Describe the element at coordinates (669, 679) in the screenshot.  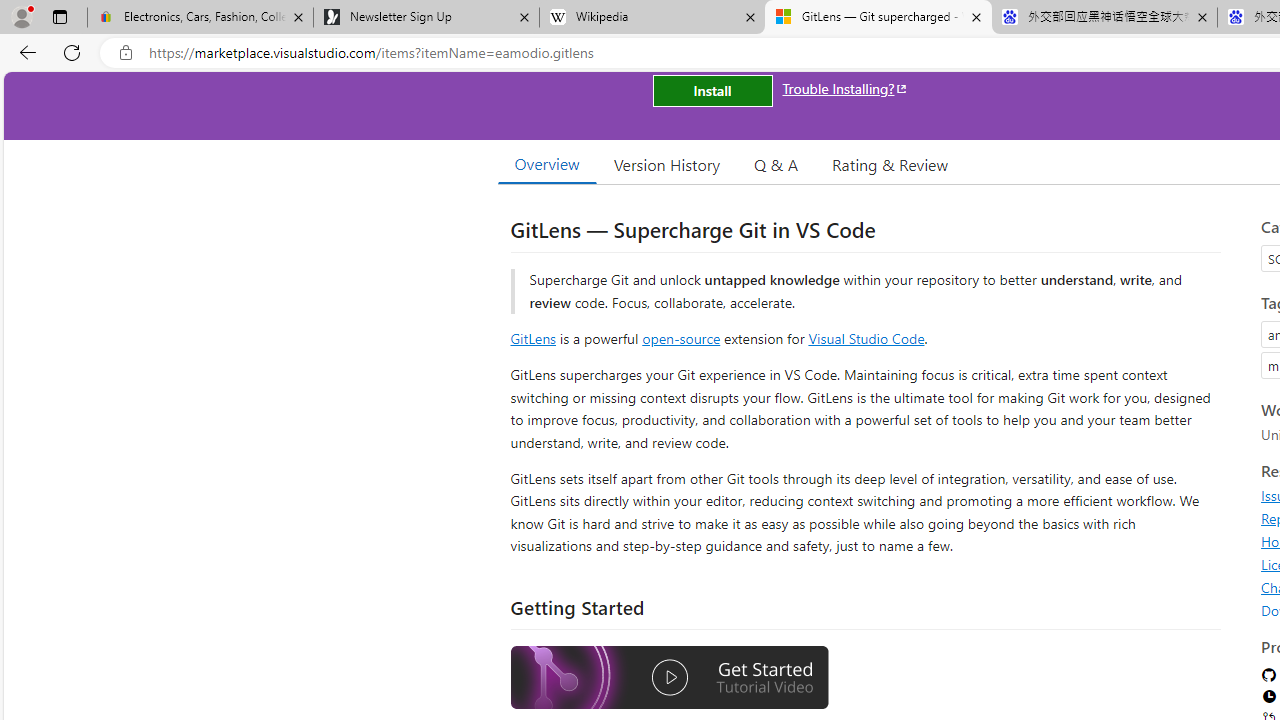
I see `'Watch the GitLens Getting Started video'` at that location.